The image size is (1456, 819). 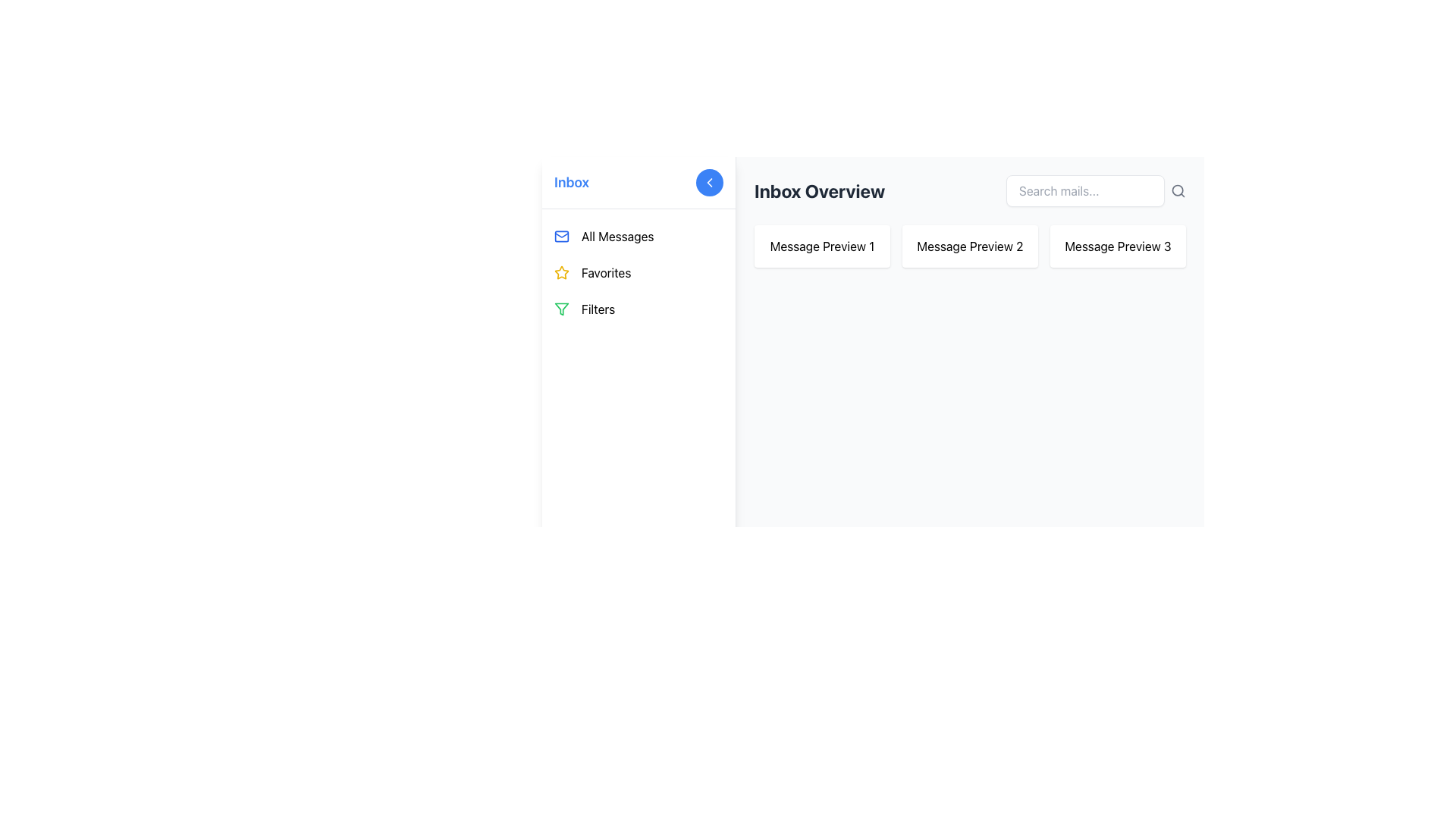 What do you see at coordinates (560, 237) in the screenshot?
I see `the non-interactive envelope icon element located beside the 'Inbox' text in the navigation menu` at bounding box center [560, 237].